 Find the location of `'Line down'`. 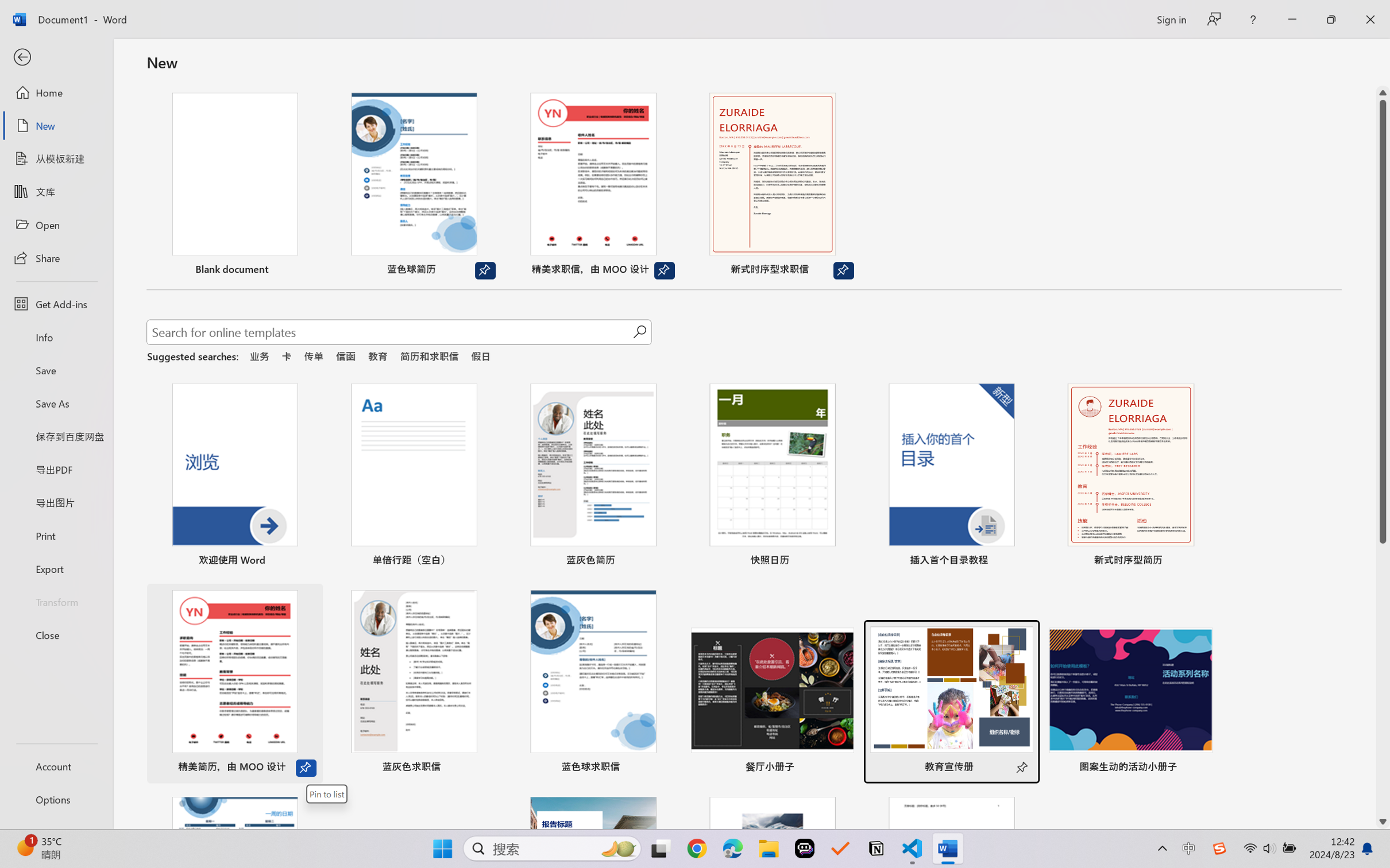

'Line down' is located at coordinates (1383, 822).